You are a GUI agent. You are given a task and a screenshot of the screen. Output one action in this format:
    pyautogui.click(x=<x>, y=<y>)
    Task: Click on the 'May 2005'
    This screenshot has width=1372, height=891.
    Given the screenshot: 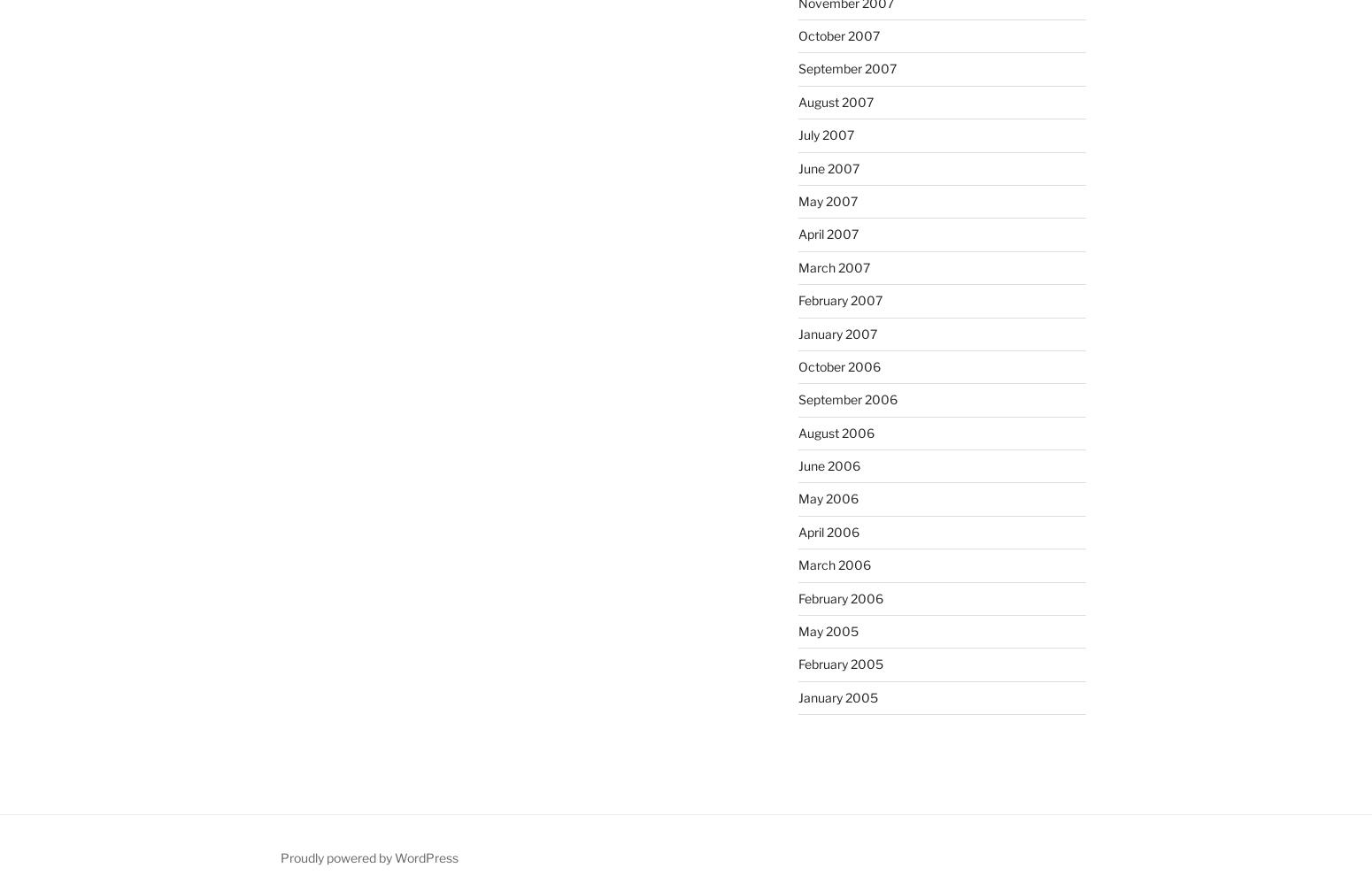 What is the action you would take?
    pyautogui.click(x=826, y=630)
    